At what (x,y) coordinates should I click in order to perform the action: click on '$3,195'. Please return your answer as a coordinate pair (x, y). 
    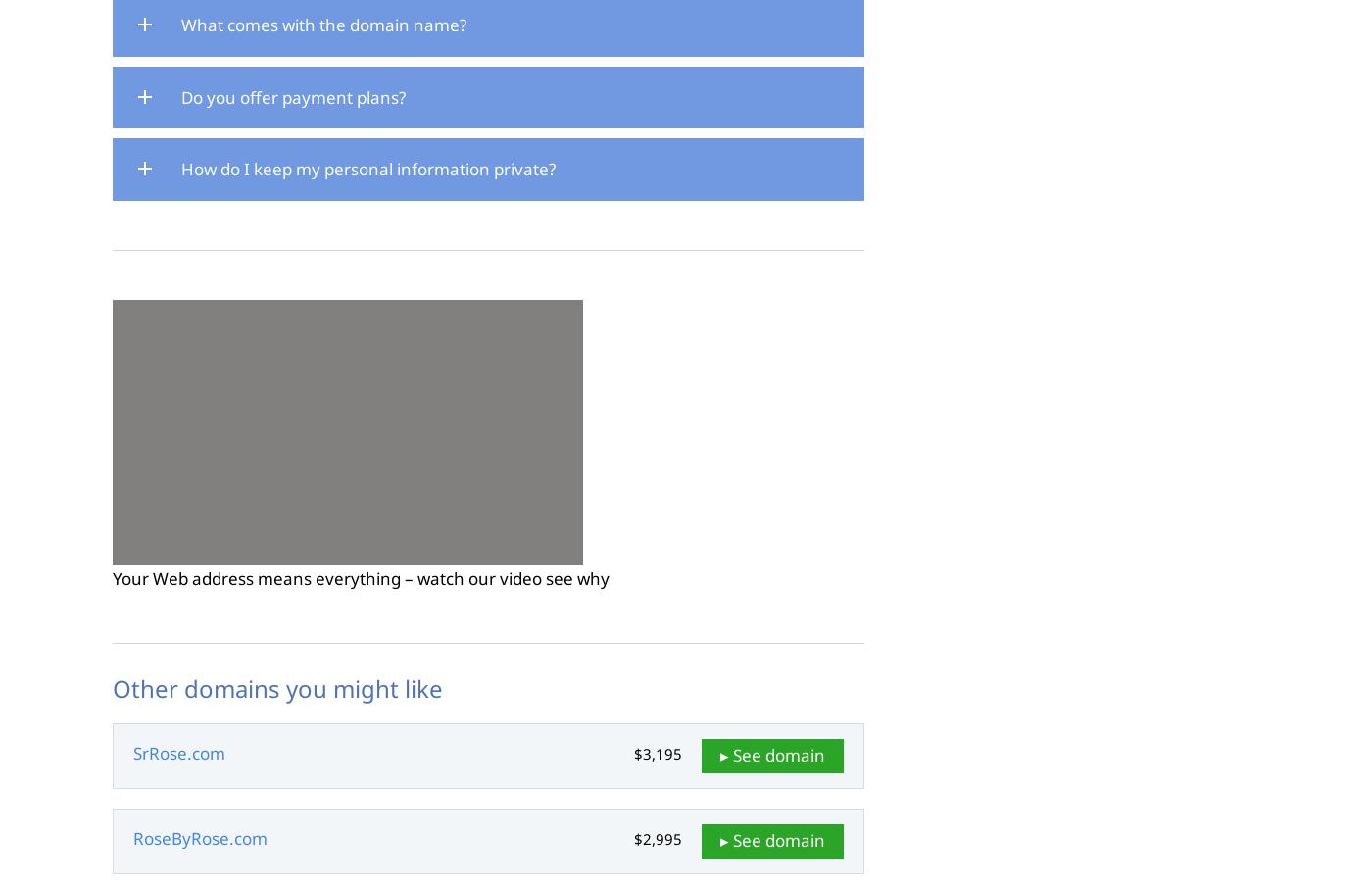
    Looking at the image, I should click on (658, 753).